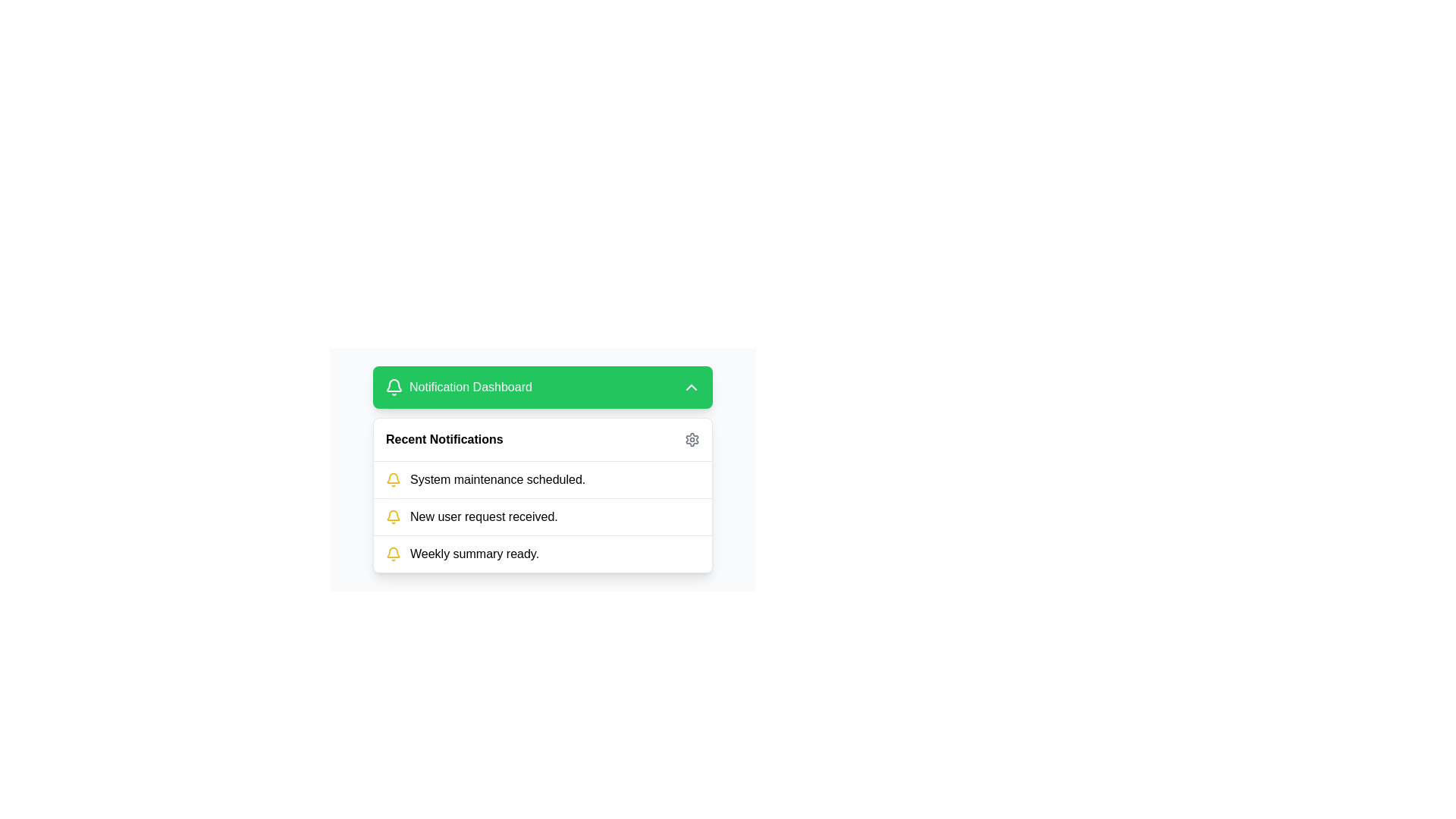 The width and height of the screenshot is (1456, 819). What do you see at coordinates (542, 554) in the screenshot?
I see `the 'Weekly summary ready.' notification in the Recent Notifications section` at bounding box center [542, 554].